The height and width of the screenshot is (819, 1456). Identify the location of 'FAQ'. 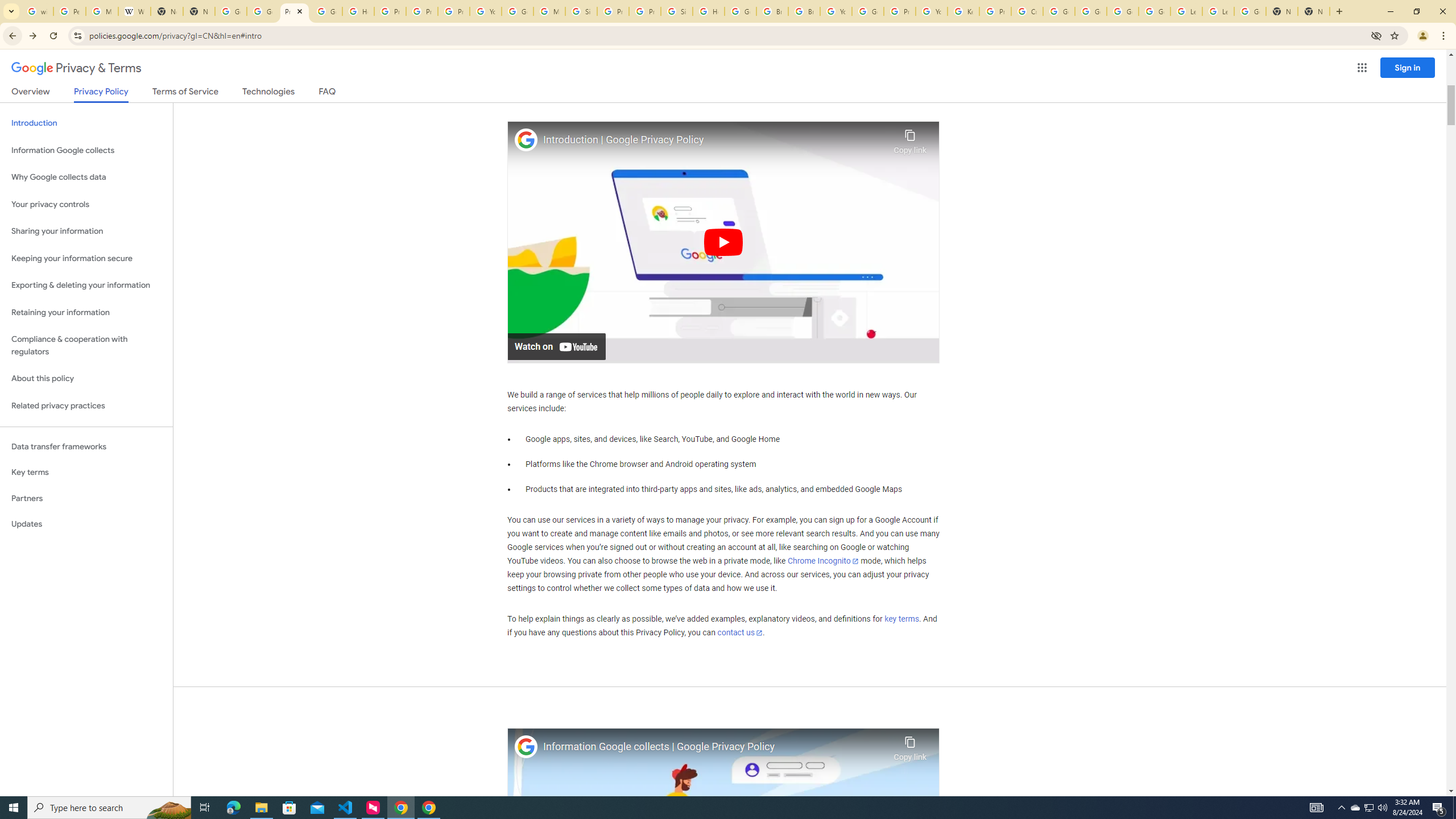
(327, 93).